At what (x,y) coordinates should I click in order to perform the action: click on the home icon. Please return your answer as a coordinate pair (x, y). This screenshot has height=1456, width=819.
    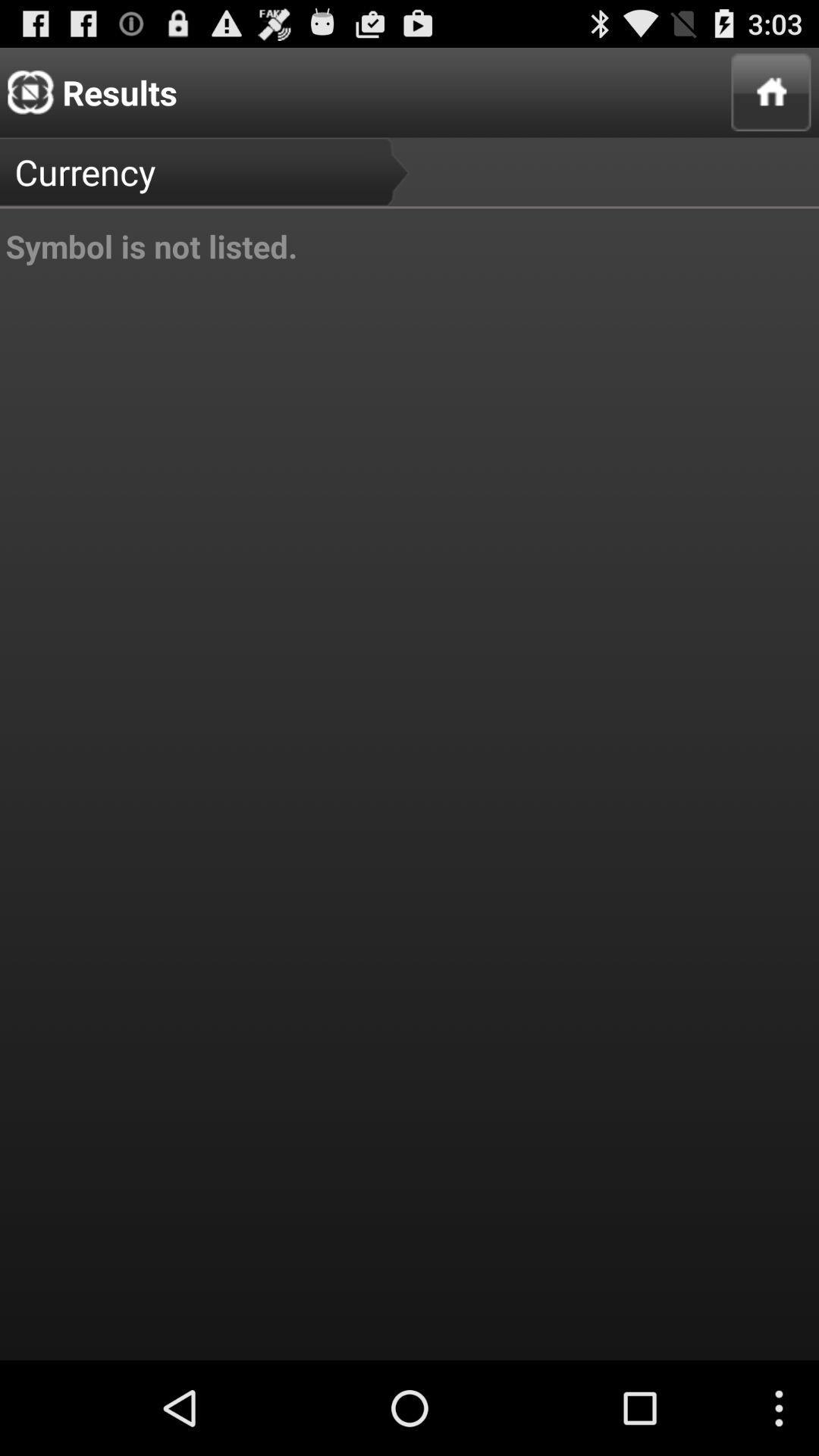
    Looking at the image, I should click on (771, 98).